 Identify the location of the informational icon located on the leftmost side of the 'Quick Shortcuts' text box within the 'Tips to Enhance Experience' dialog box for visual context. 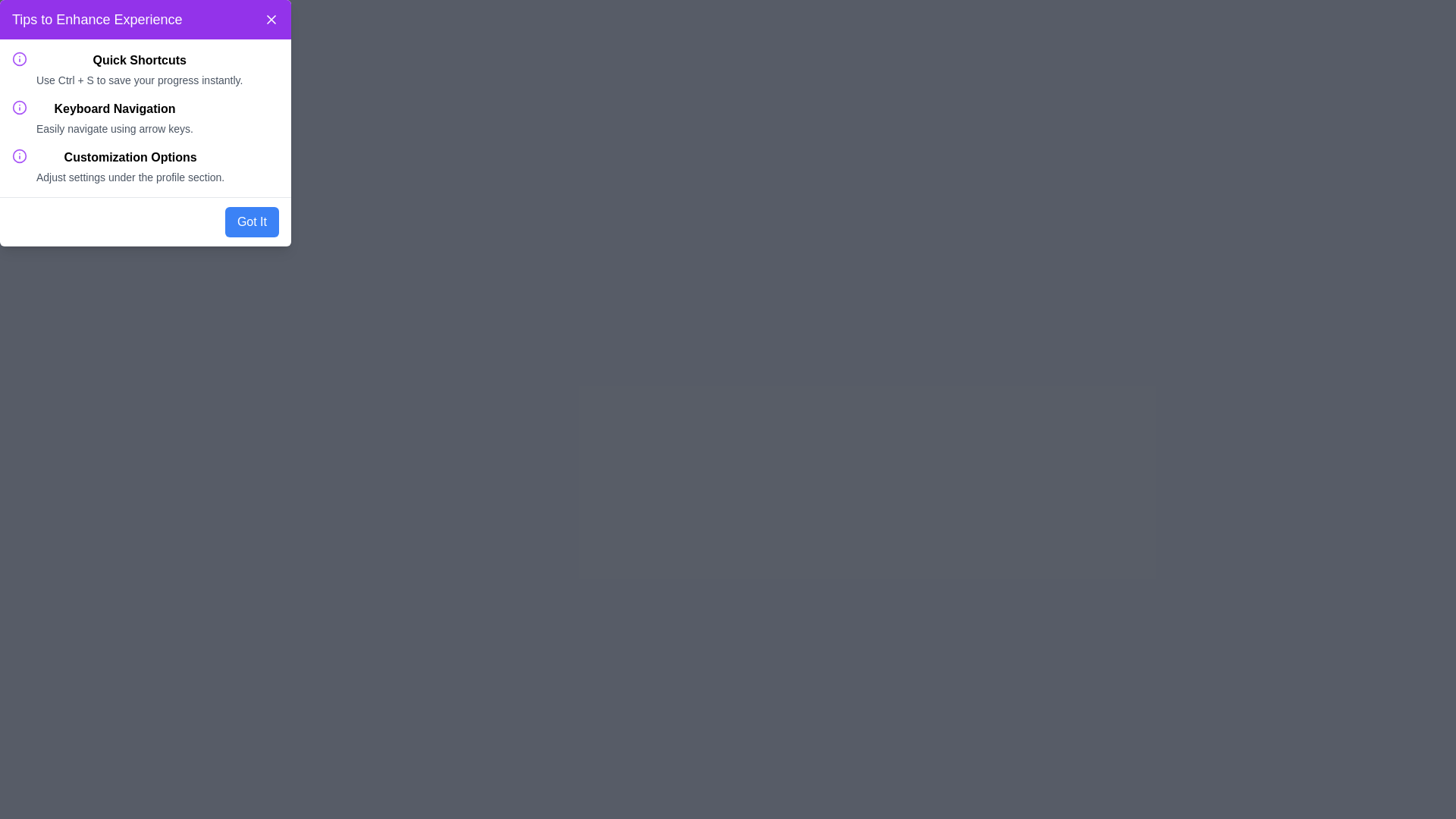
(19, 58).